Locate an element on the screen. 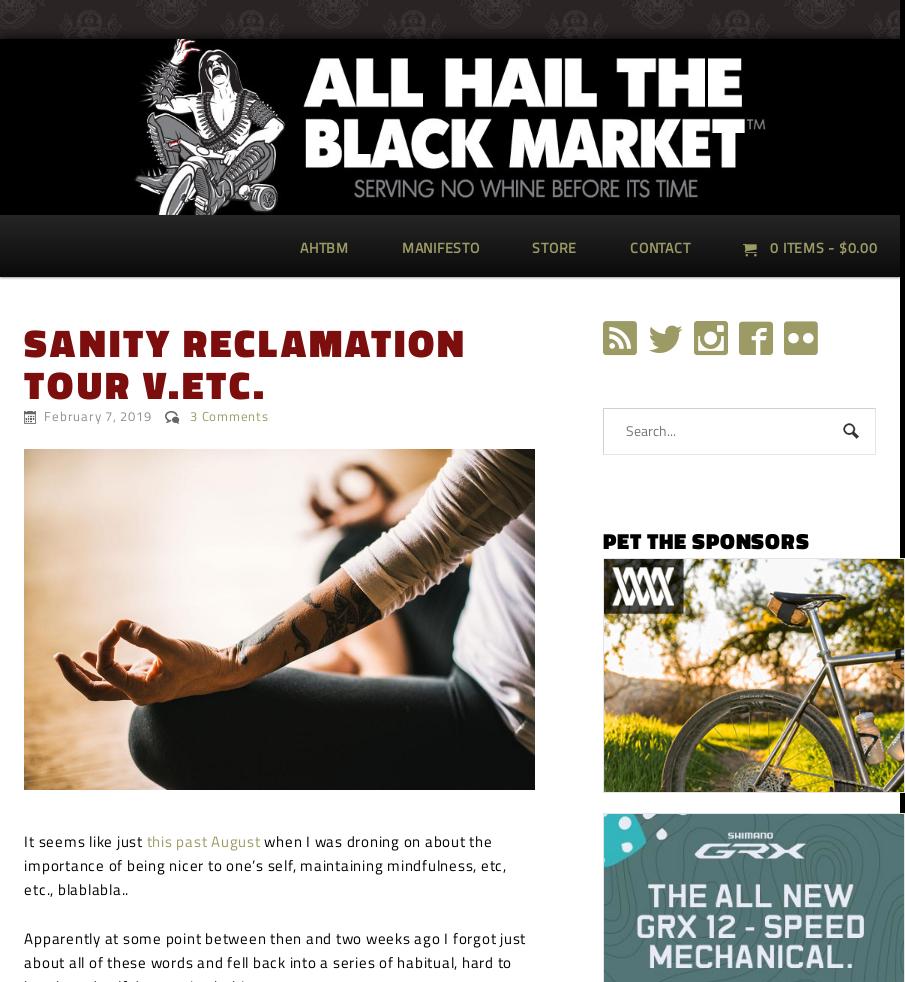 The image size is (905, 982). '0 items -' is located at coordinates (765, 246).